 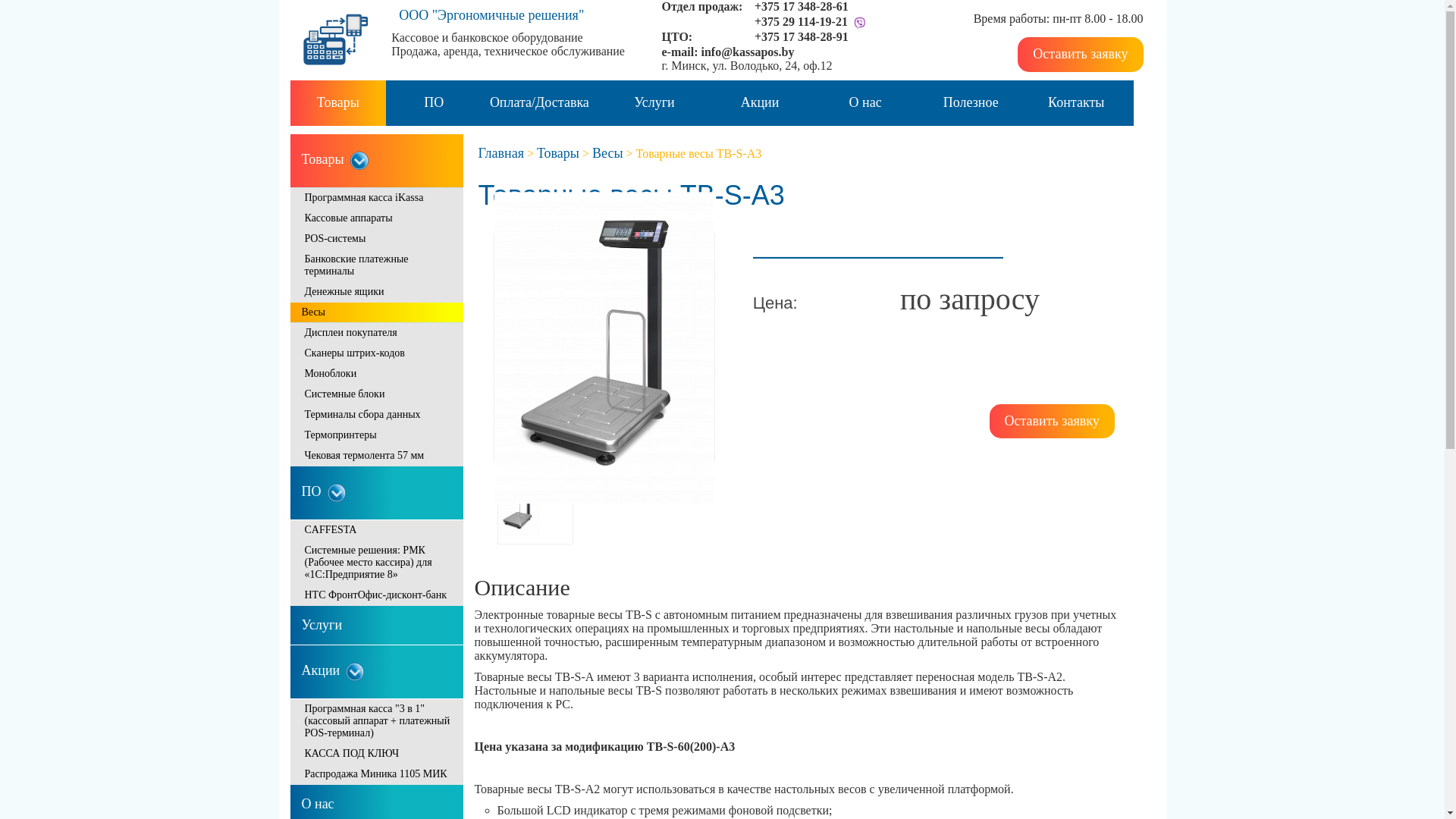 I want to click on '+375 17 348-28-61', so click(x=800, y=6).